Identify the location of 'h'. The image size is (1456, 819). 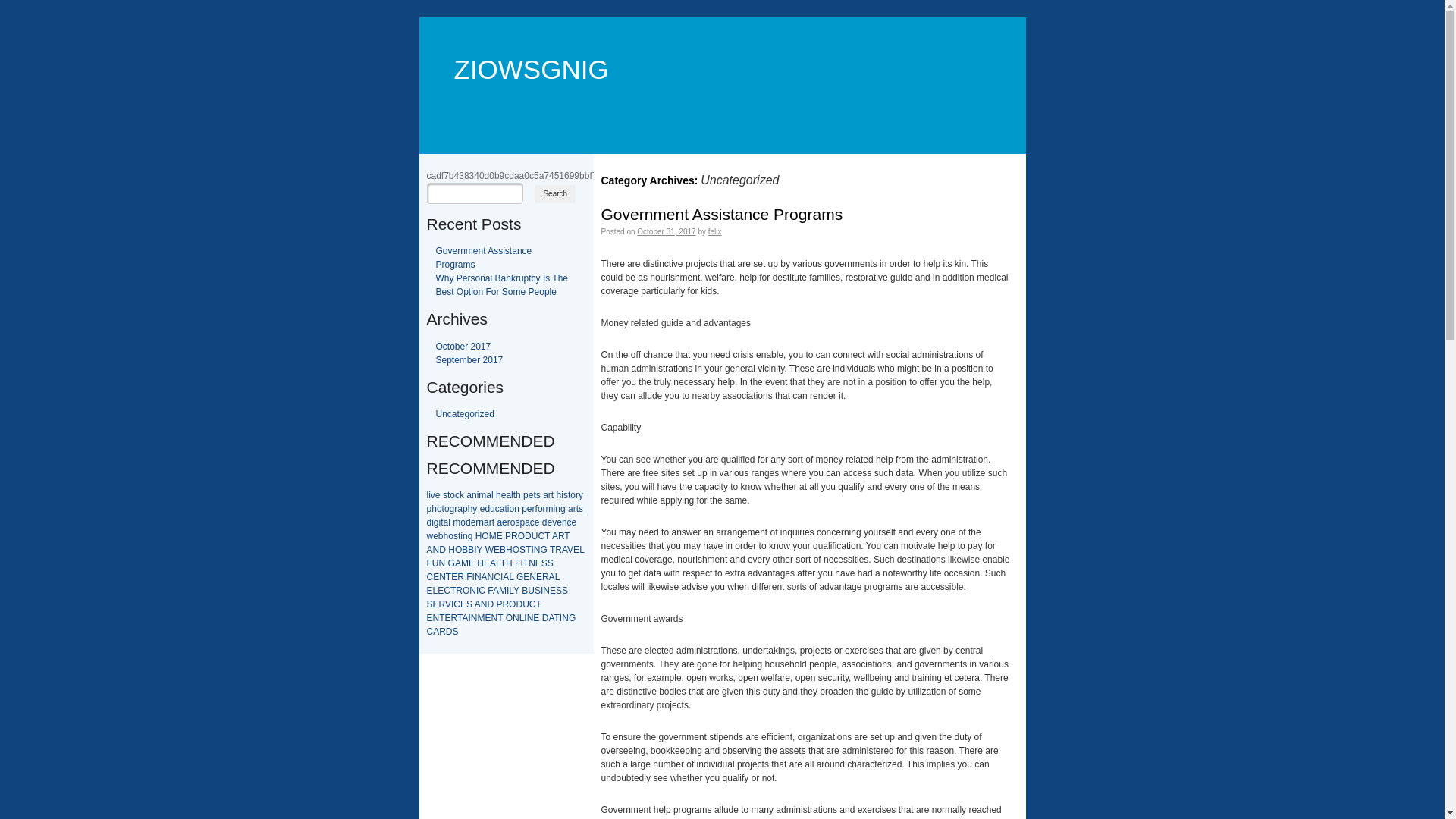
(518, 494).